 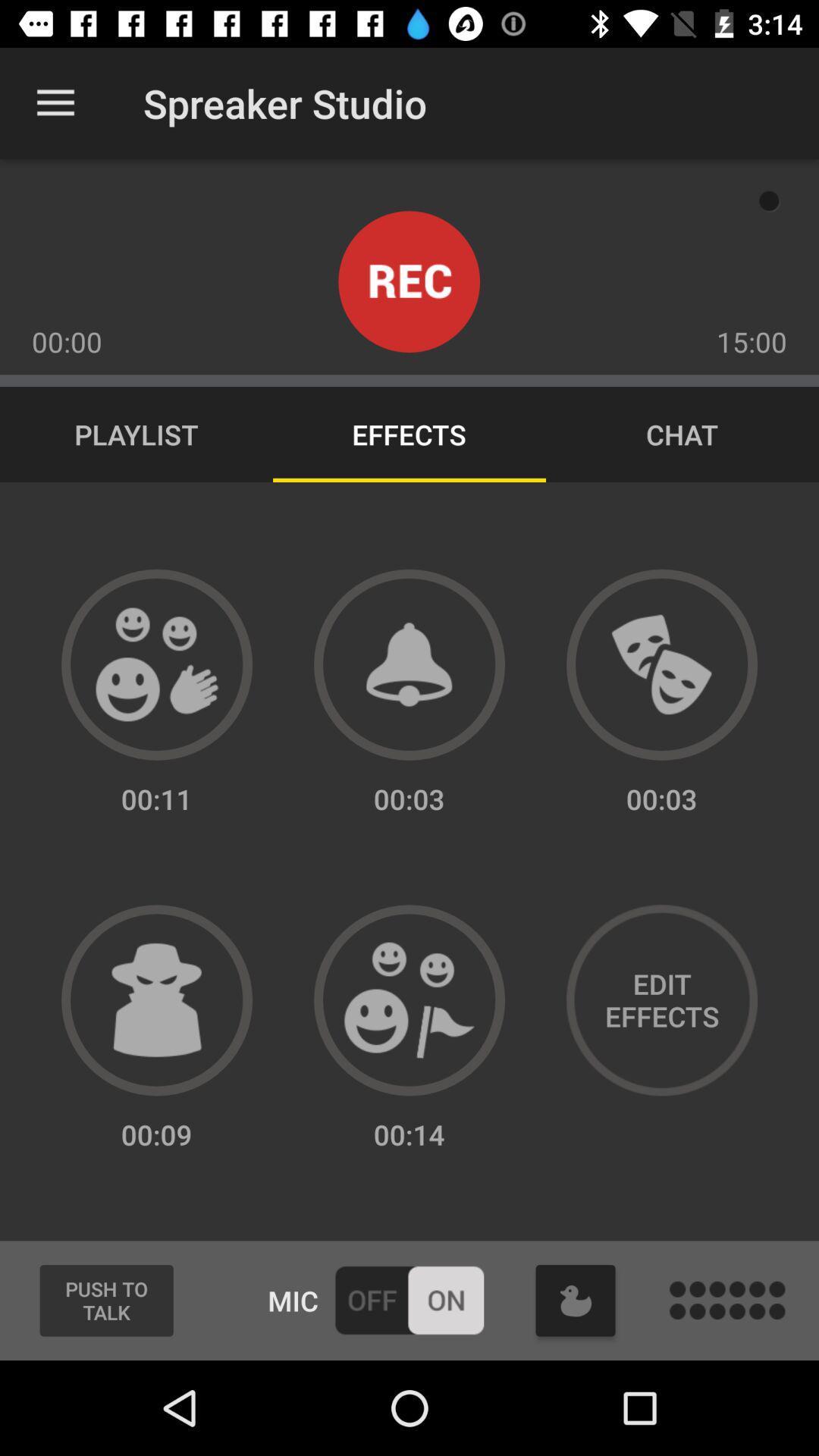 What do you see at coordinates (408, 281) in the screenshot?
I see `record` at bounding box center [408, 281].